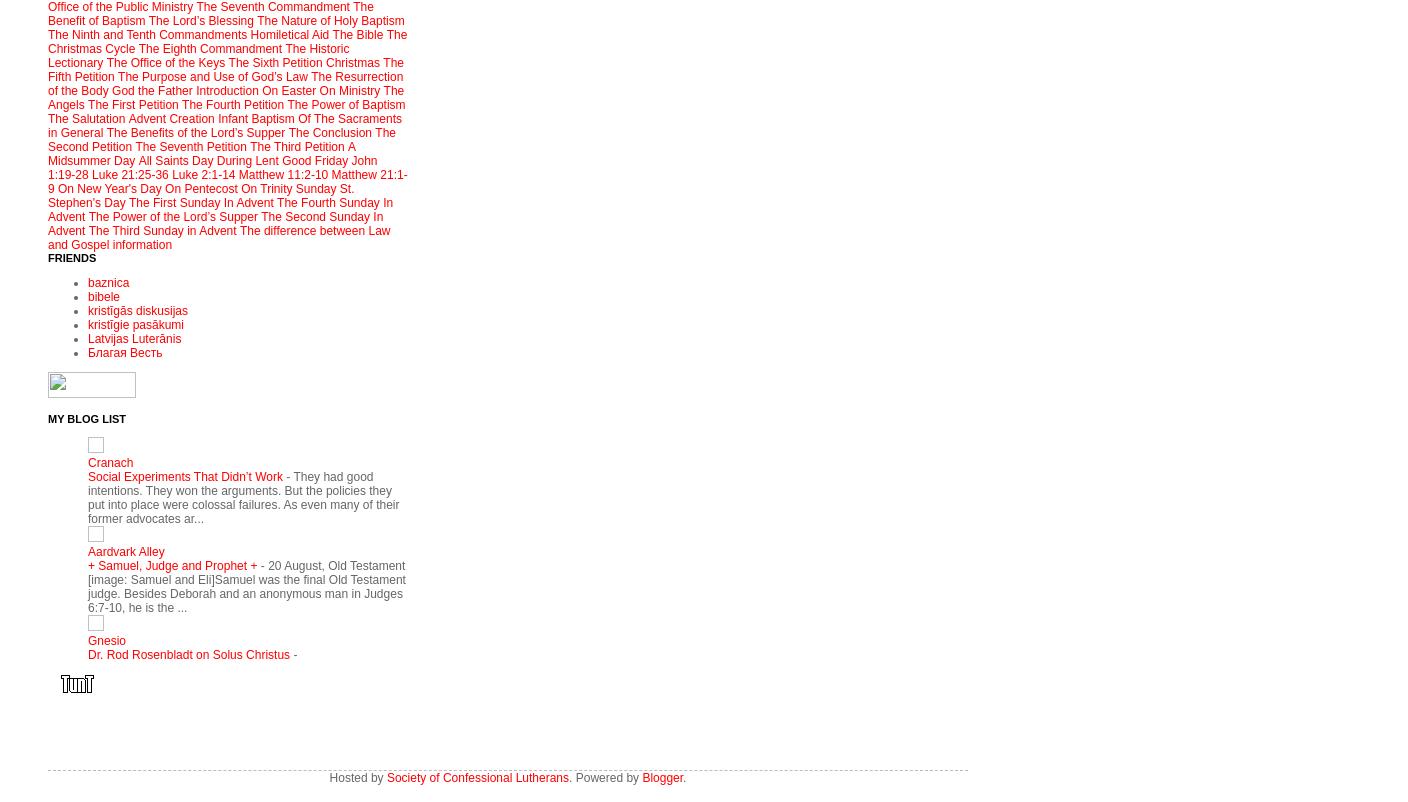 Image resolution: width=1408 pixels, height=802 pixels. What do you see at coordinates (194, 91) in the screenshot?
I see `'Introduction'` at bounding box center [194, 91].